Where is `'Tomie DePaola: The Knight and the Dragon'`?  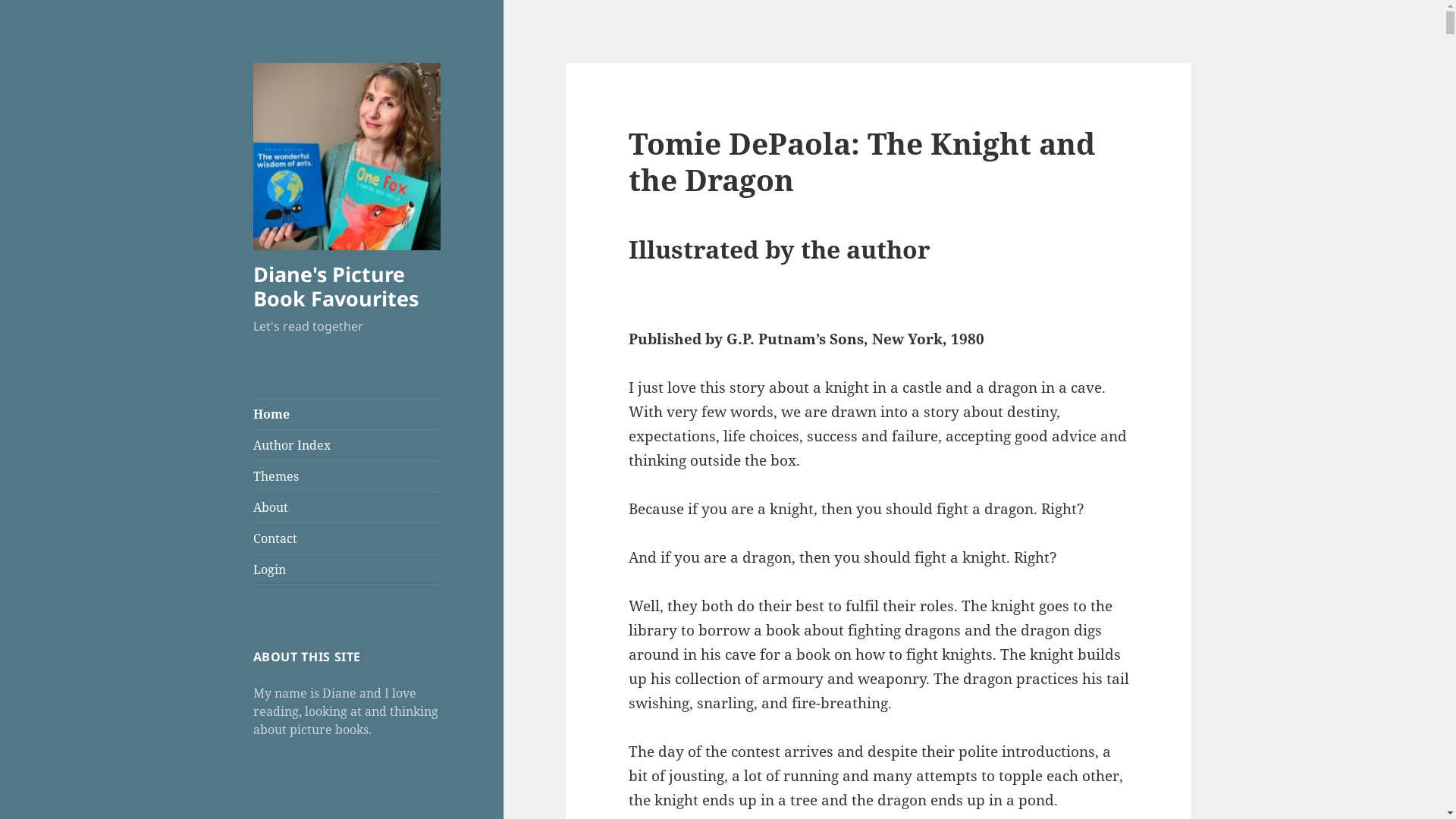
'Tomie DePaola: The Knight and the Dragon' is located at coordinates (629, 161).